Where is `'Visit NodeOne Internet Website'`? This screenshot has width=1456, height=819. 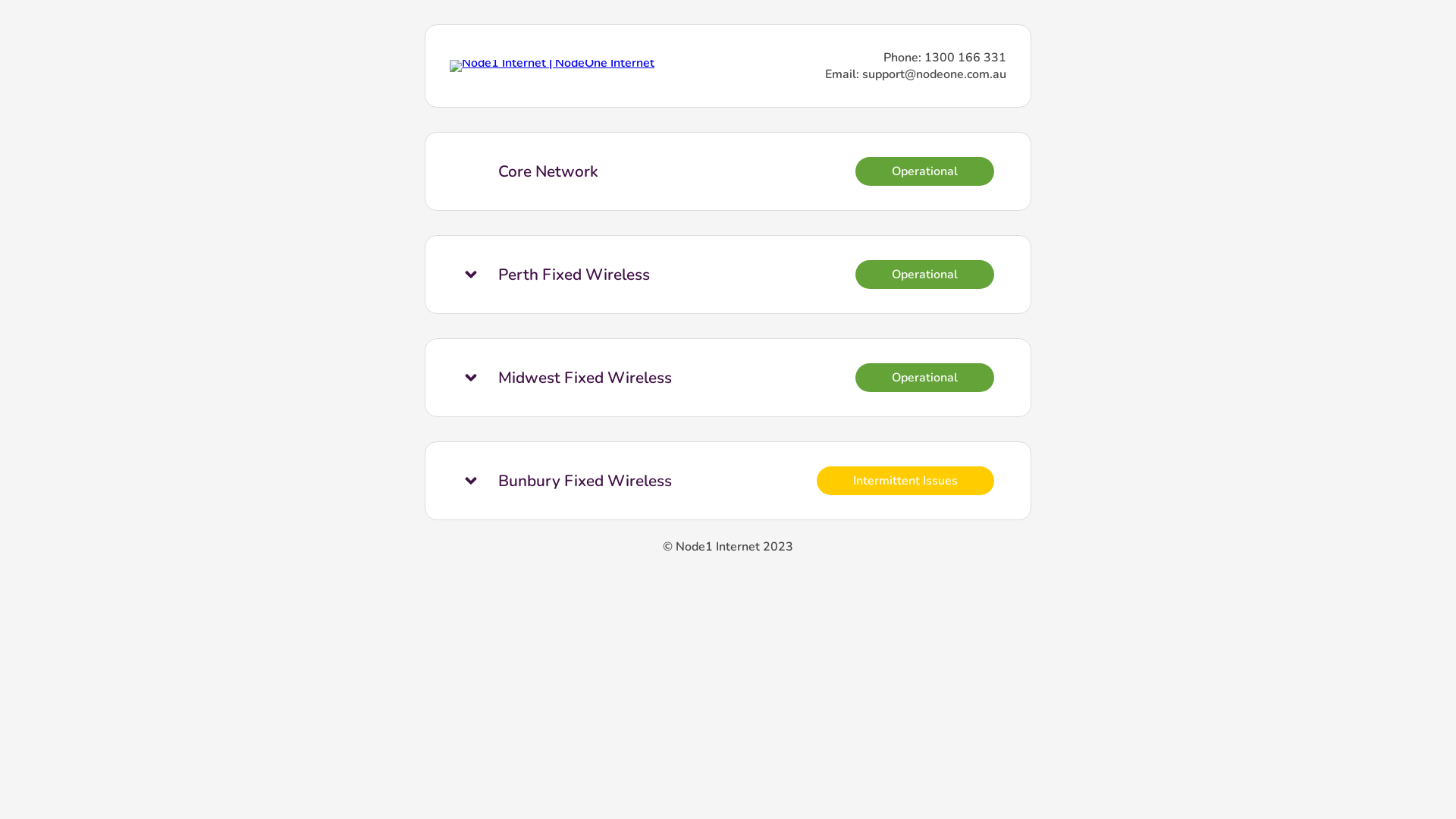 'Visit NodeOne Internet Website' is located at coordinates (551, 62).